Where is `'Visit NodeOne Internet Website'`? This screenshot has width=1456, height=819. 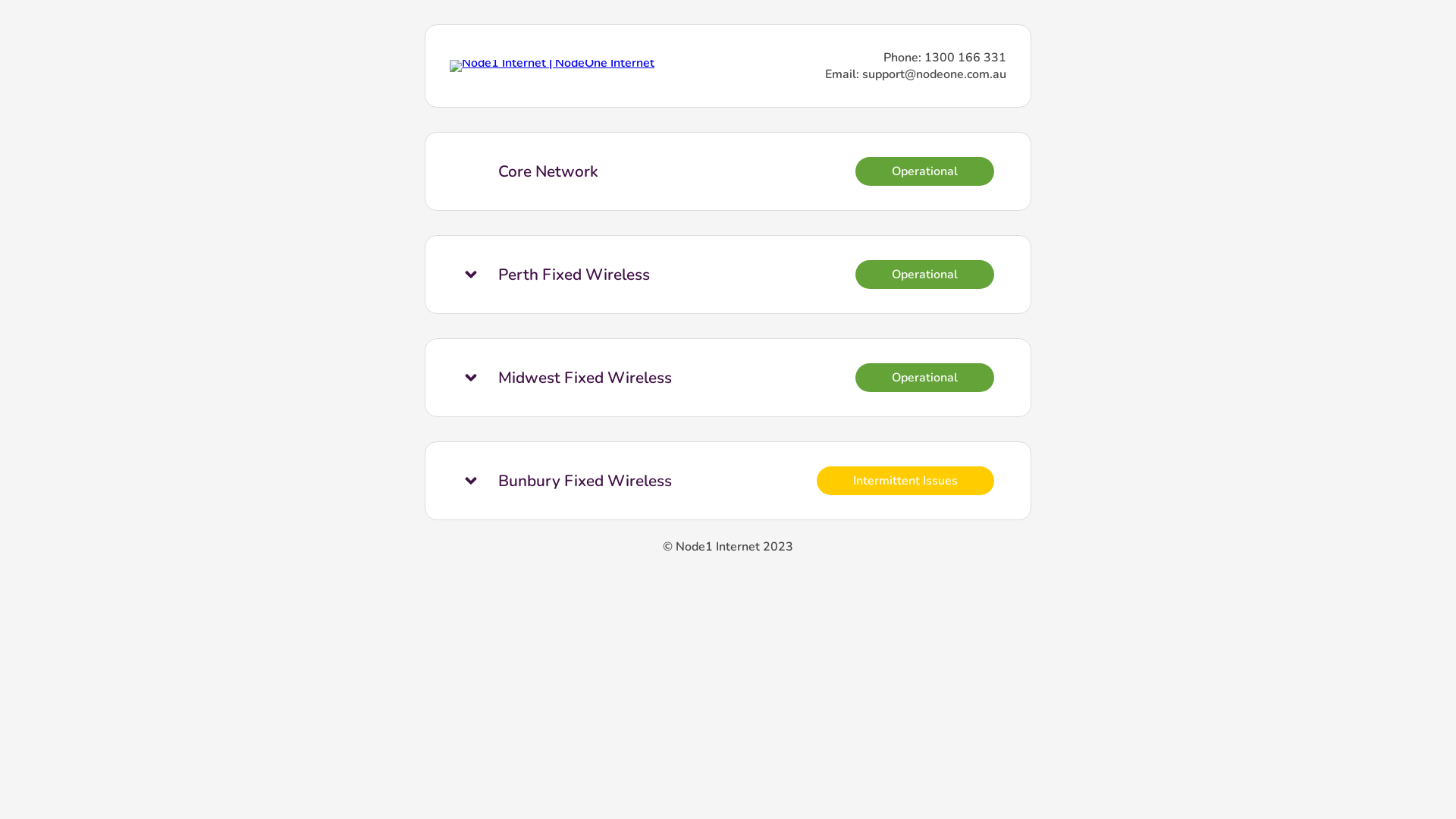 'Visit NodeOne Internet Website' is located at coordinates (551, 62).